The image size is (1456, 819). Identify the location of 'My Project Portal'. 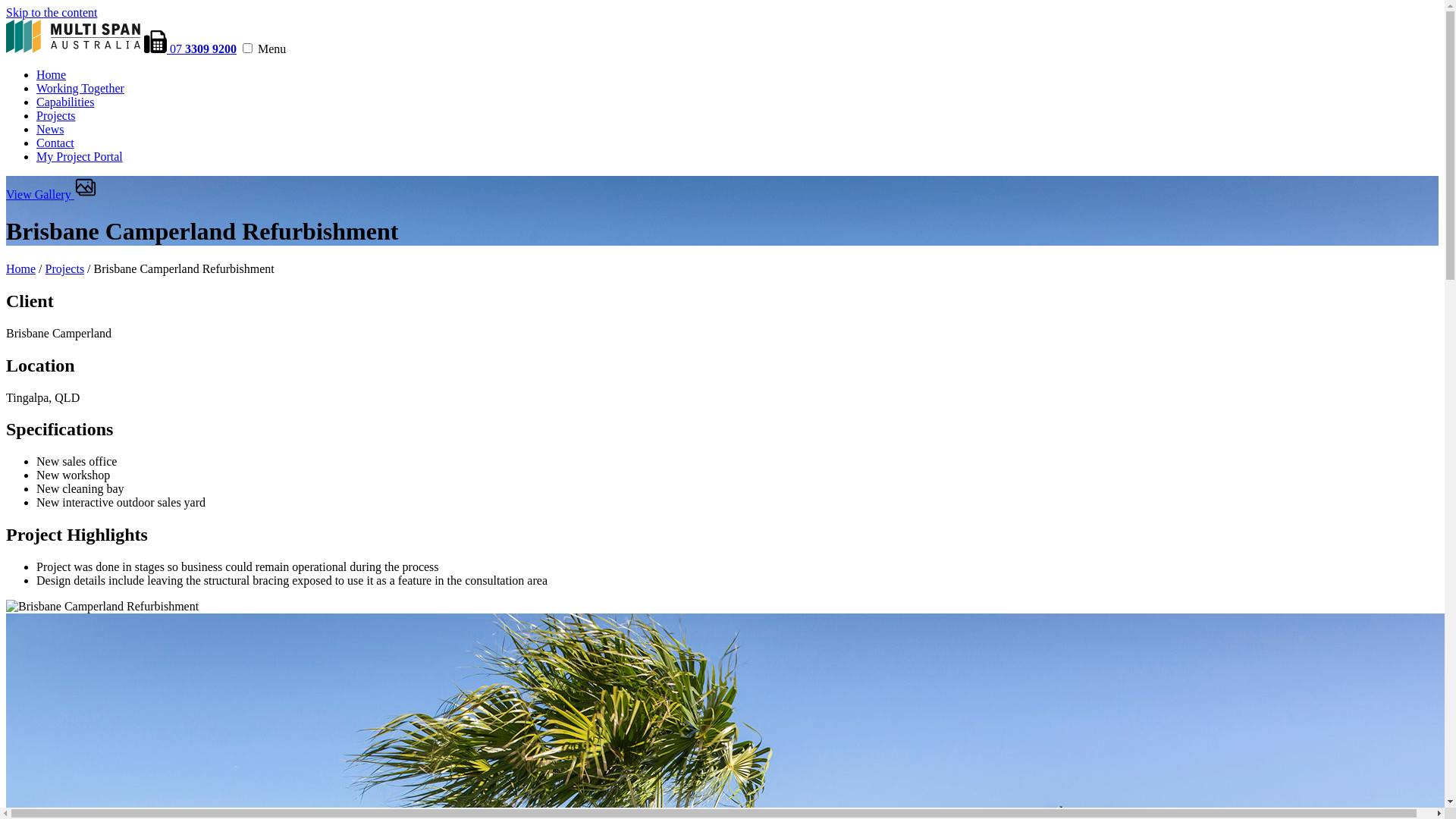
(36, 156).